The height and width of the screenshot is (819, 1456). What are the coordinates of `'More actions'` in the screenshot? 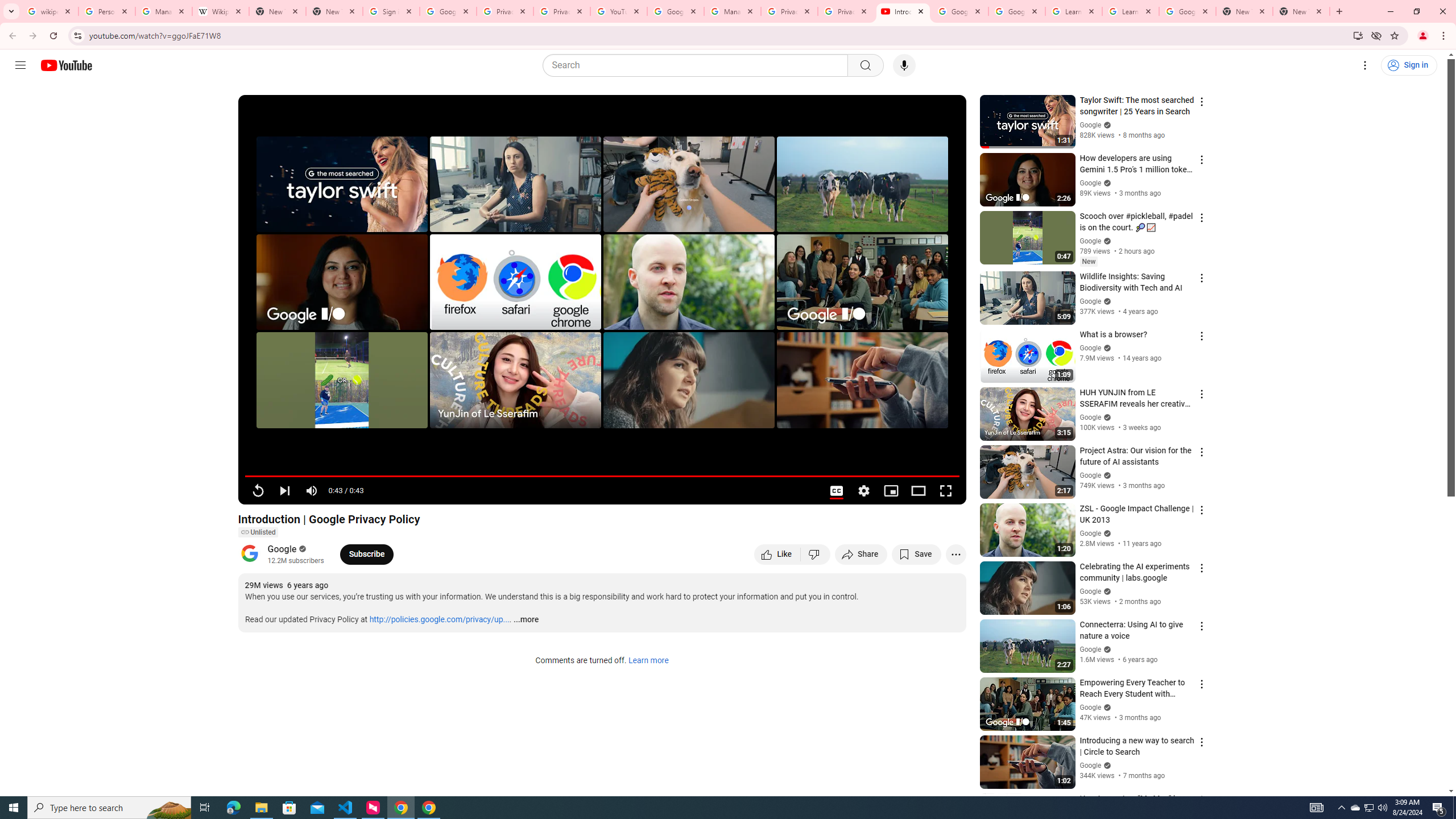 It's located at (955, 553).